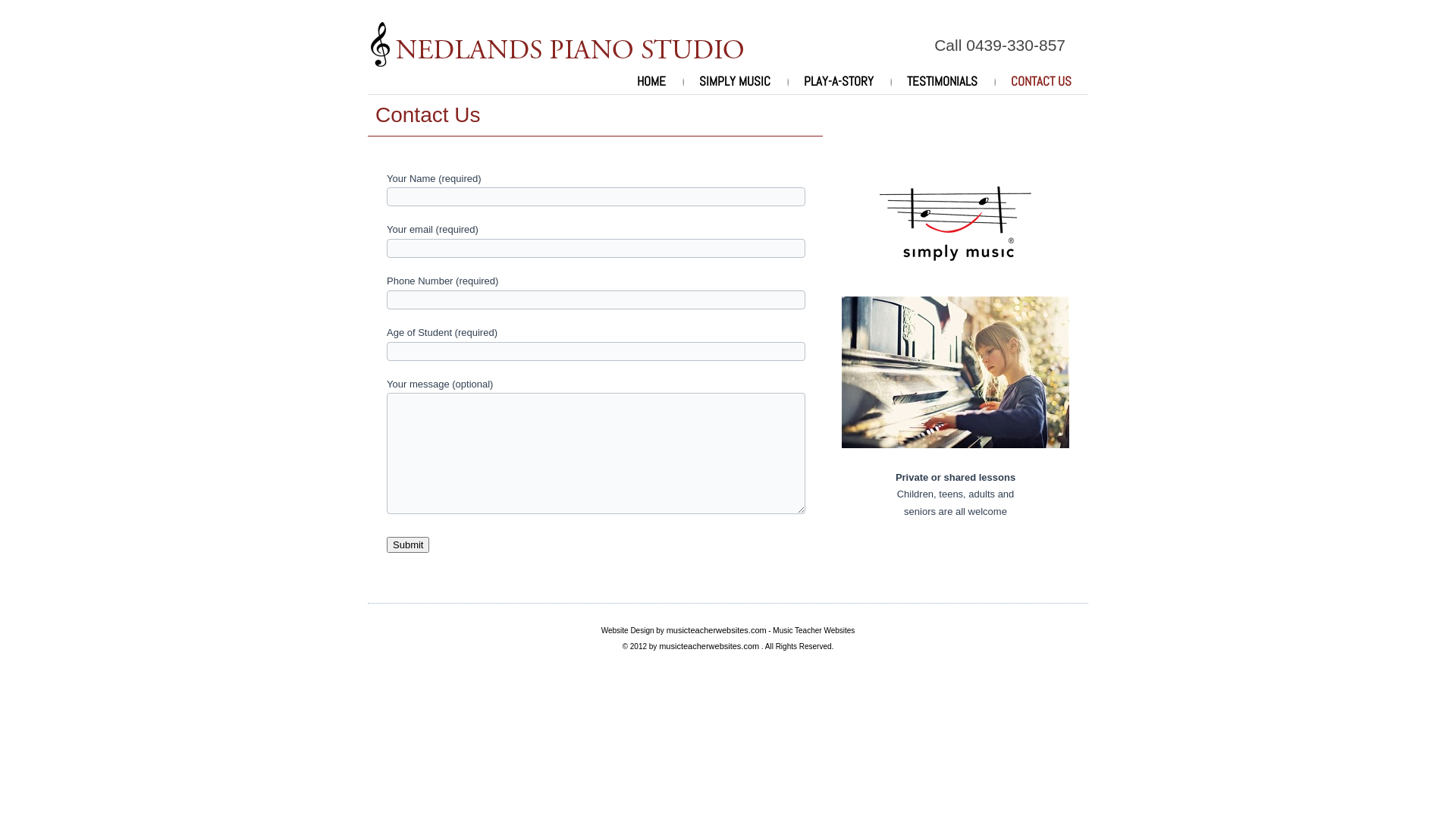 This screenshot has width=1456, height=819. Describe the element at coordinates (708, 646) in the screenshot. I see `'musicteacherwebsites.com'` at that location.